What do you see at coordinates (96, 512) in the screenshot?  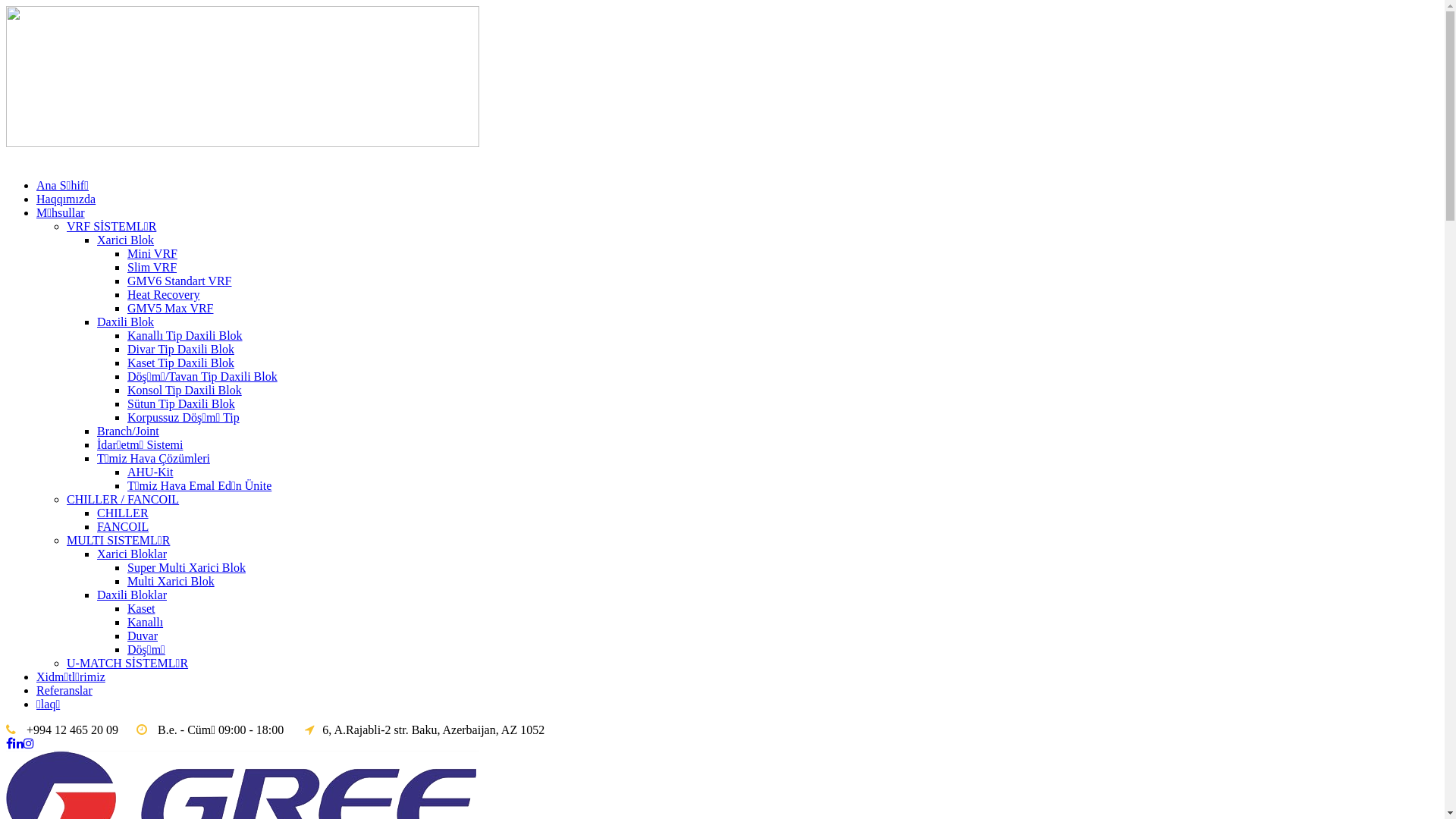 I see `'CHILLER'` at bounding box center [96, 512].